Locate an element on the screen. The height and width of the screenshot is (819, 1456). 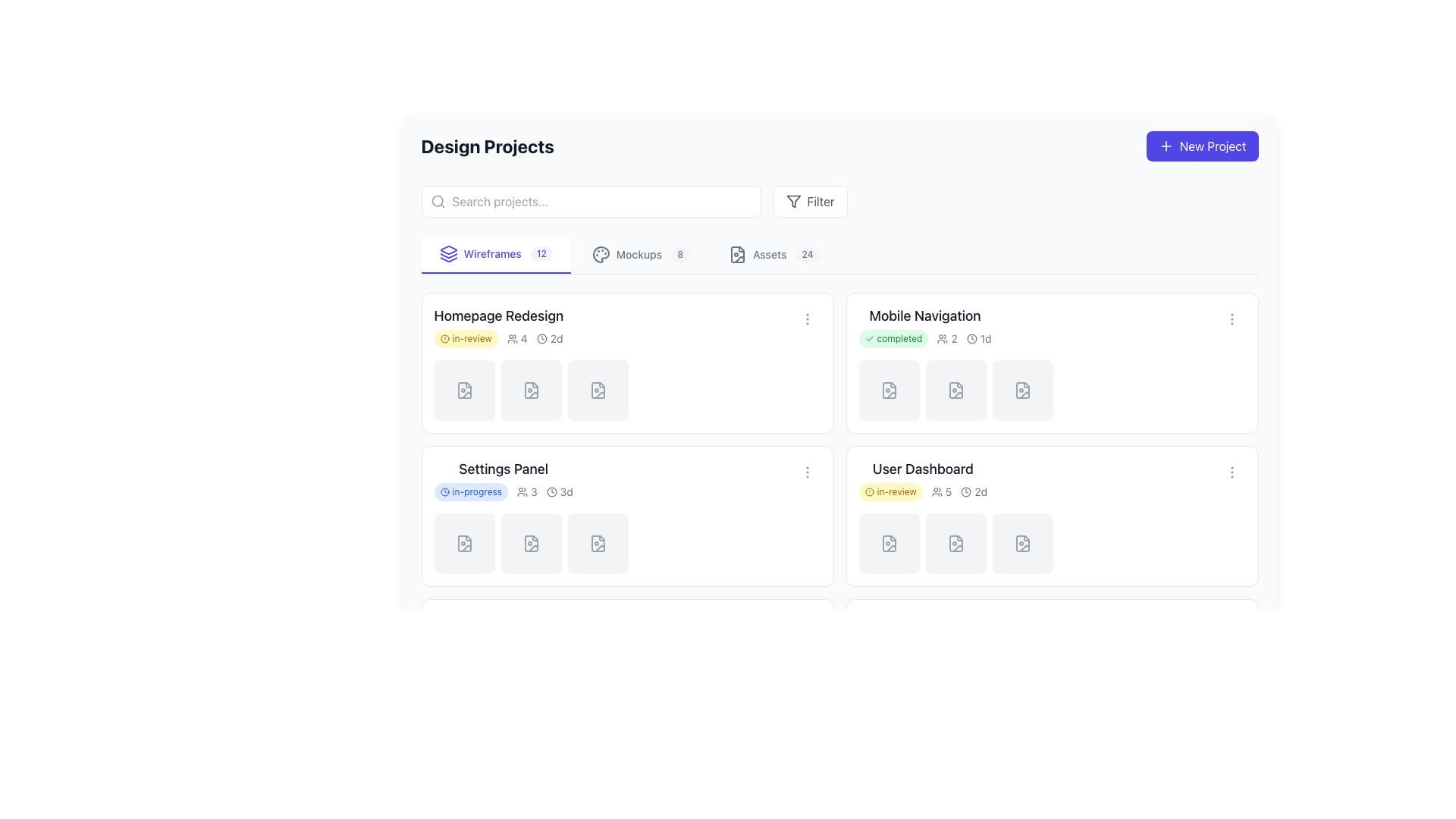
the small, rounded rectangular badge displaying the number '24', which is located to the right of the 'Assets' tab in the toolbar is located at coordinates (807, 253).